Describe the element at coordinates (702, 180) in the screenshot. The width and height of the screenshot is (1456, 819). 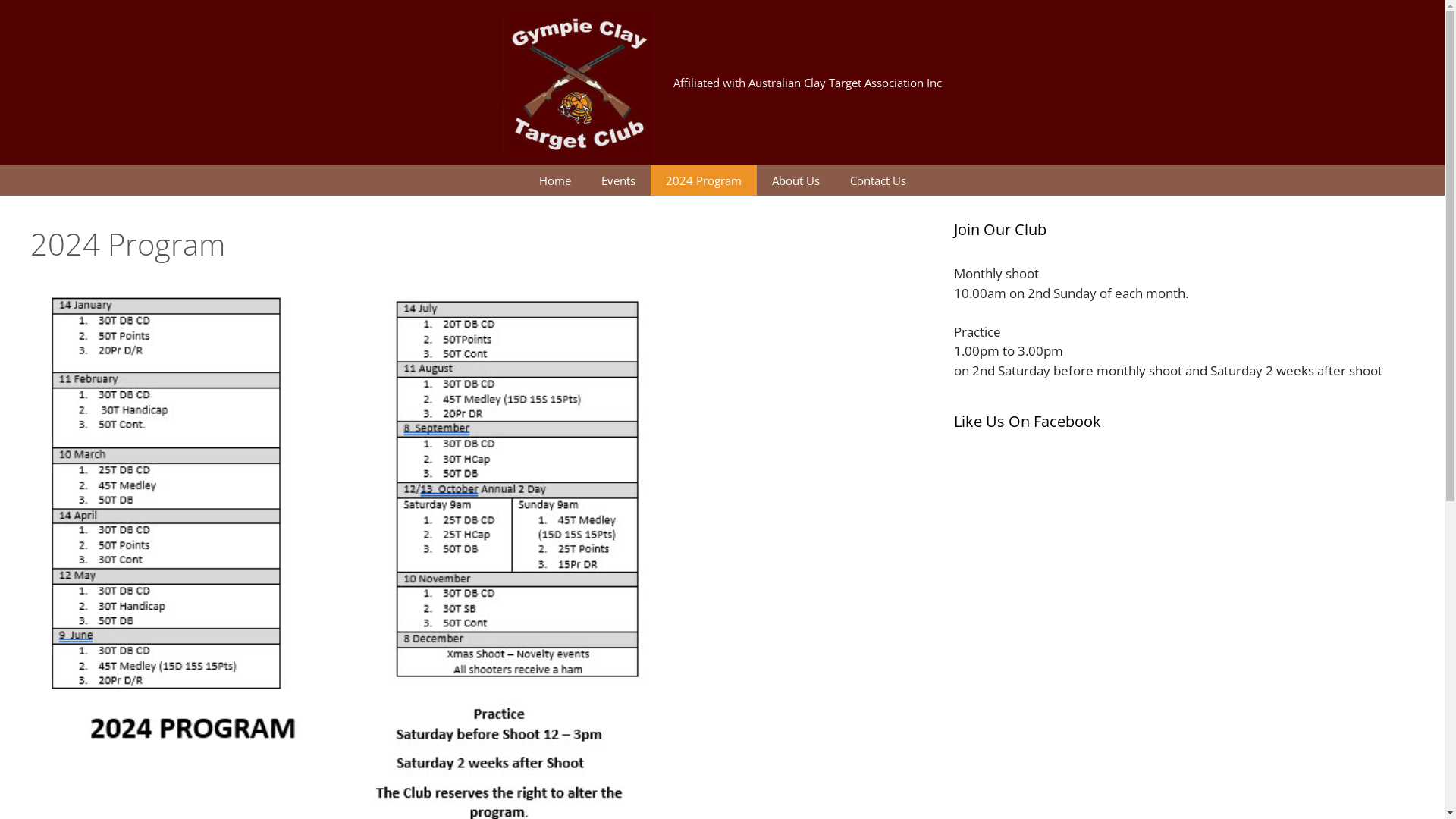
I see `'2024 Program'` at that location.